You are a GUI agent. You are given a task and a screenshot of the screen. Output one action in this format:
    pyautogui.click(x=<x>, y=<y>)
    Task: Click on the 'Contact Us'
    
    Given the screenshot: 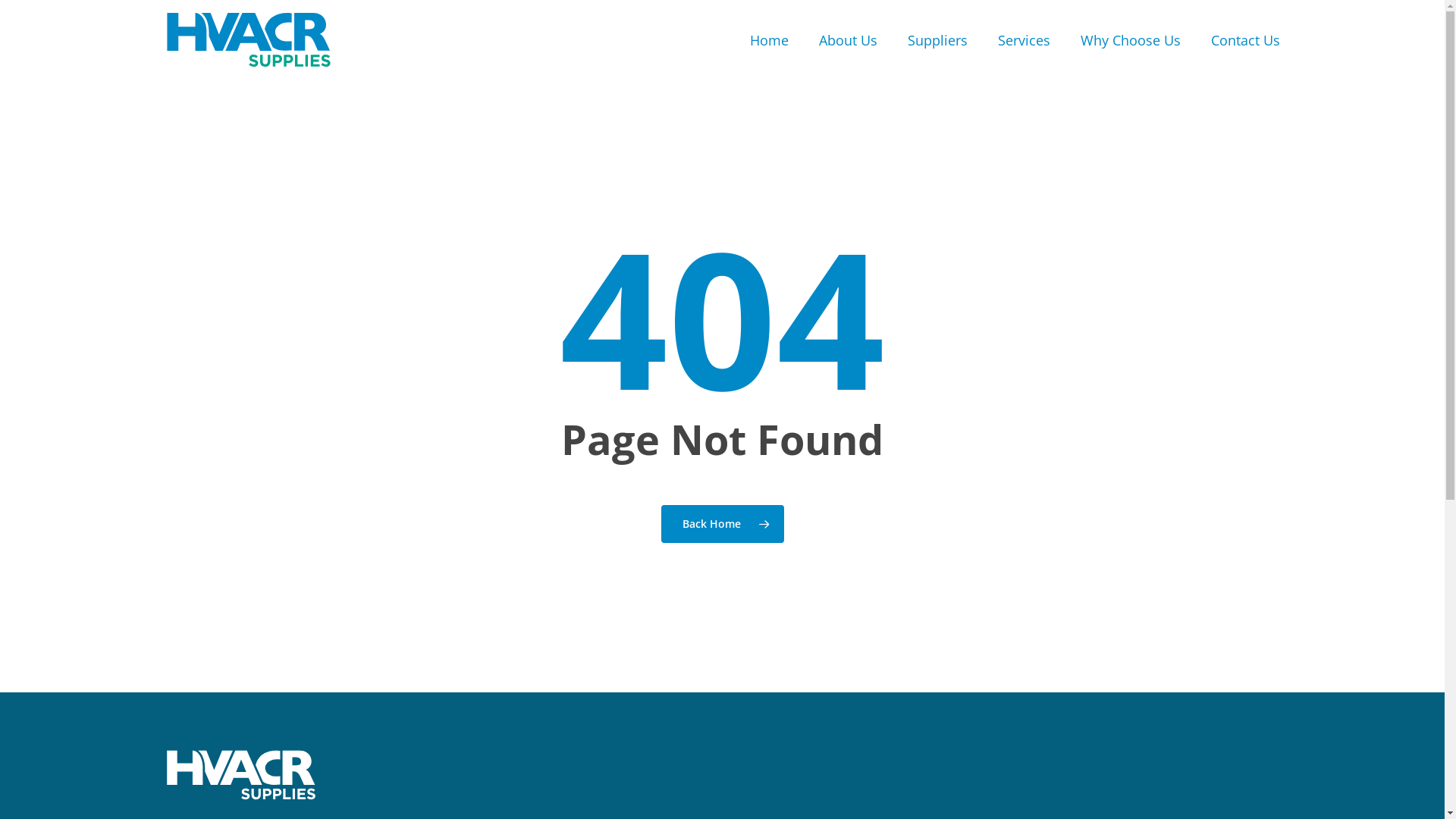 What is the action you would take?
    pyautogui.click(x=1244, y=39)
    